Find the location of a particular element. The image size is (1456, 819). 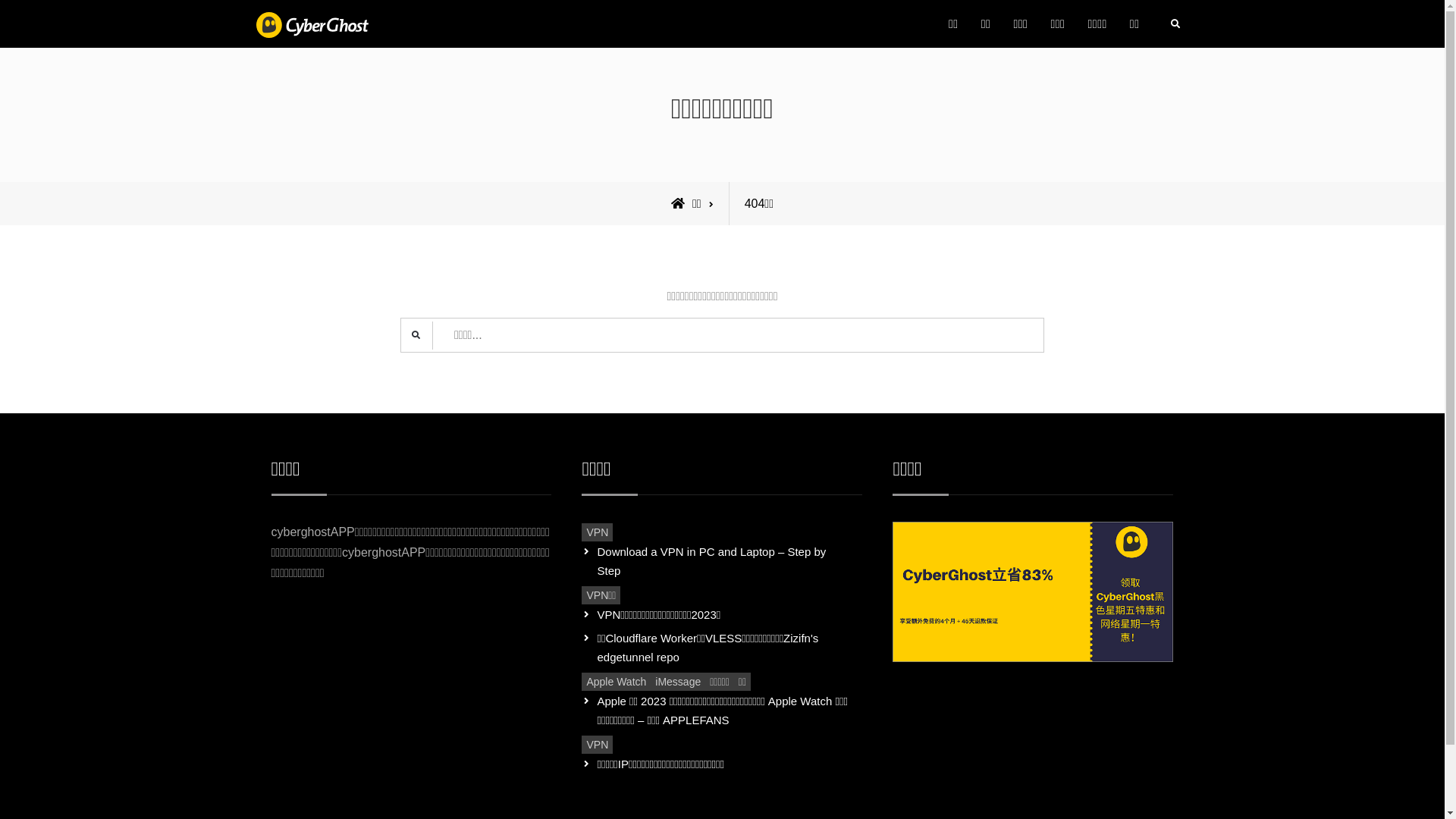

'cyberghostAPP' is located at coordinates (453, 37).